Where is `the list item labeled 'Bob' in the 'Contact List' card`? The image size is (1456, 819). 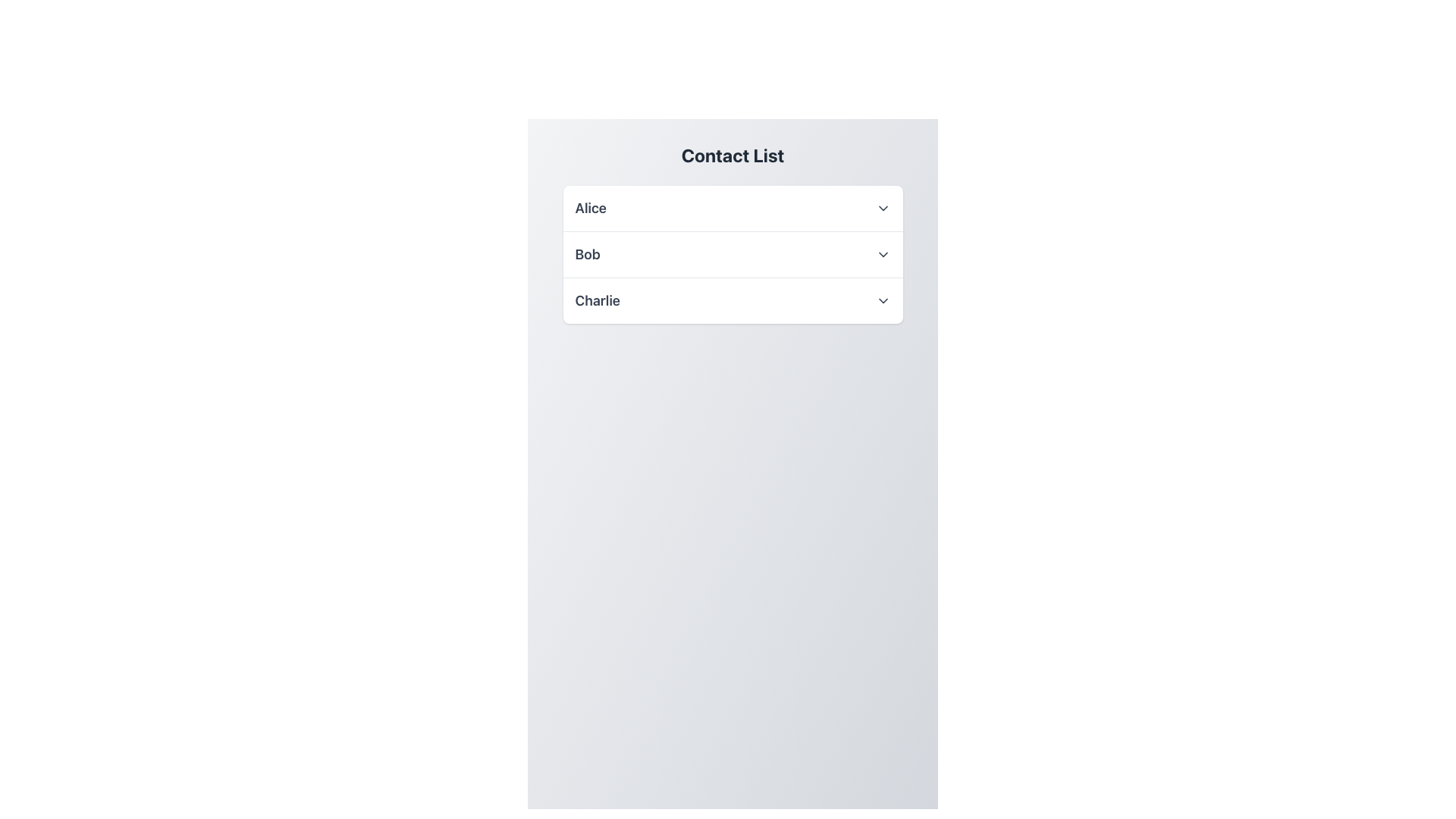
the list item labeled 'Bob' in the 'Contact List' card is located at coordinates (733, 253).